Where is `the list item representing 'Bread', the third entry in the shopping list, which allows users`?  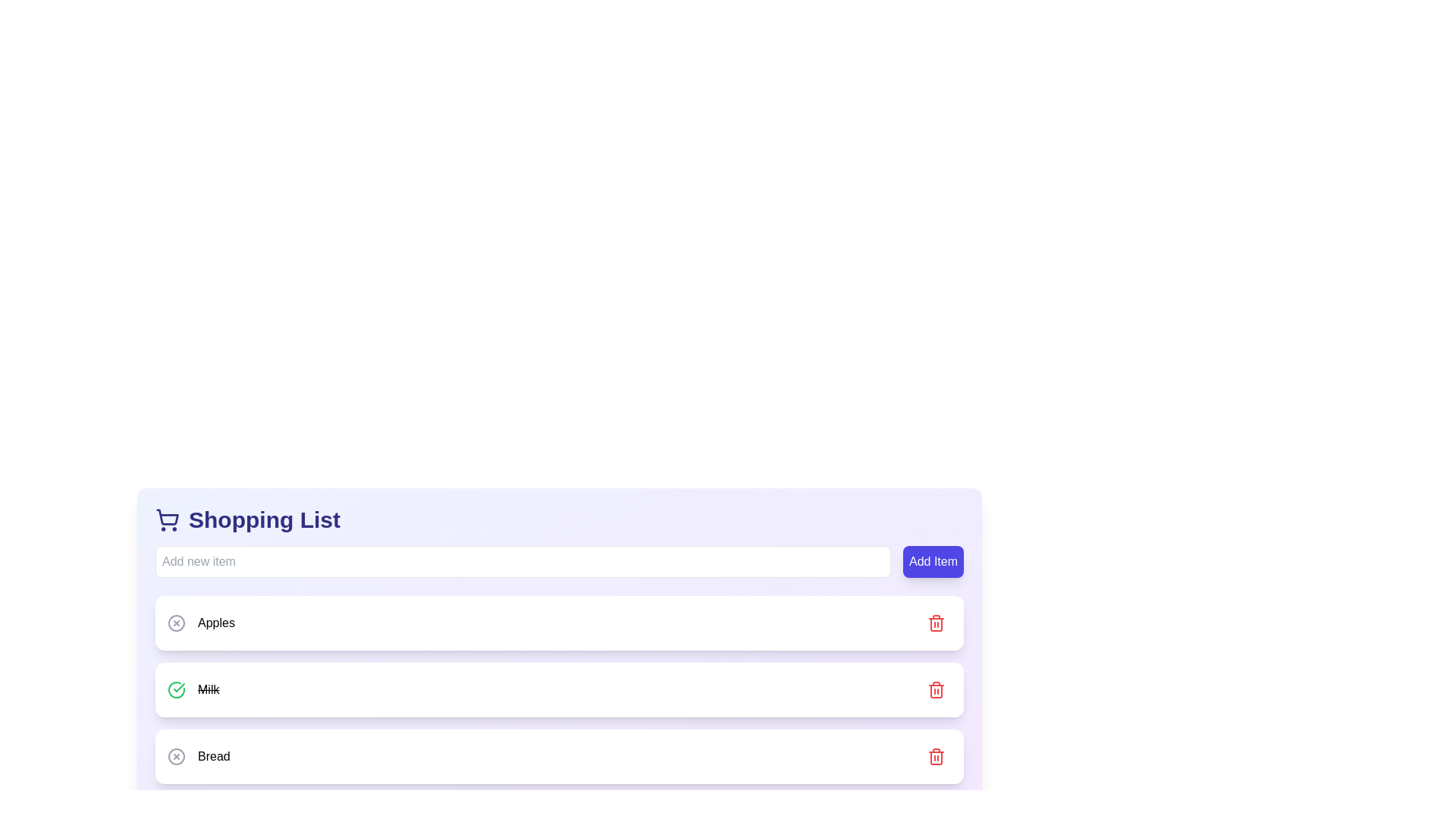
the list item representing 'Bread', the third entry in the shopping list, which allows users is located at coordinates (559, 757).